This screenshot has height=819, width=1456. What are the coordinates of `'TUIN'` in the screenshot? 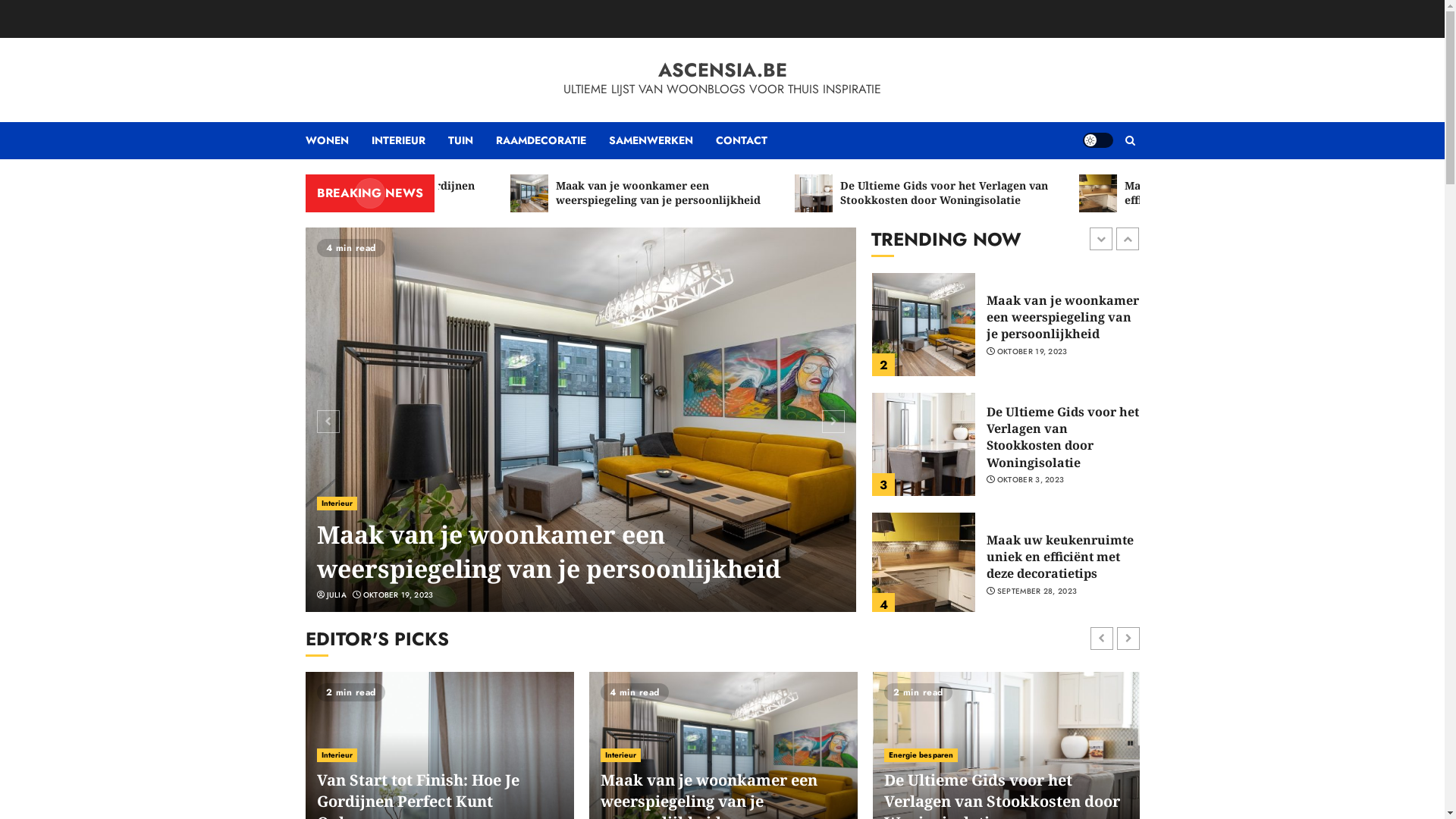 It's located at (470, 140).